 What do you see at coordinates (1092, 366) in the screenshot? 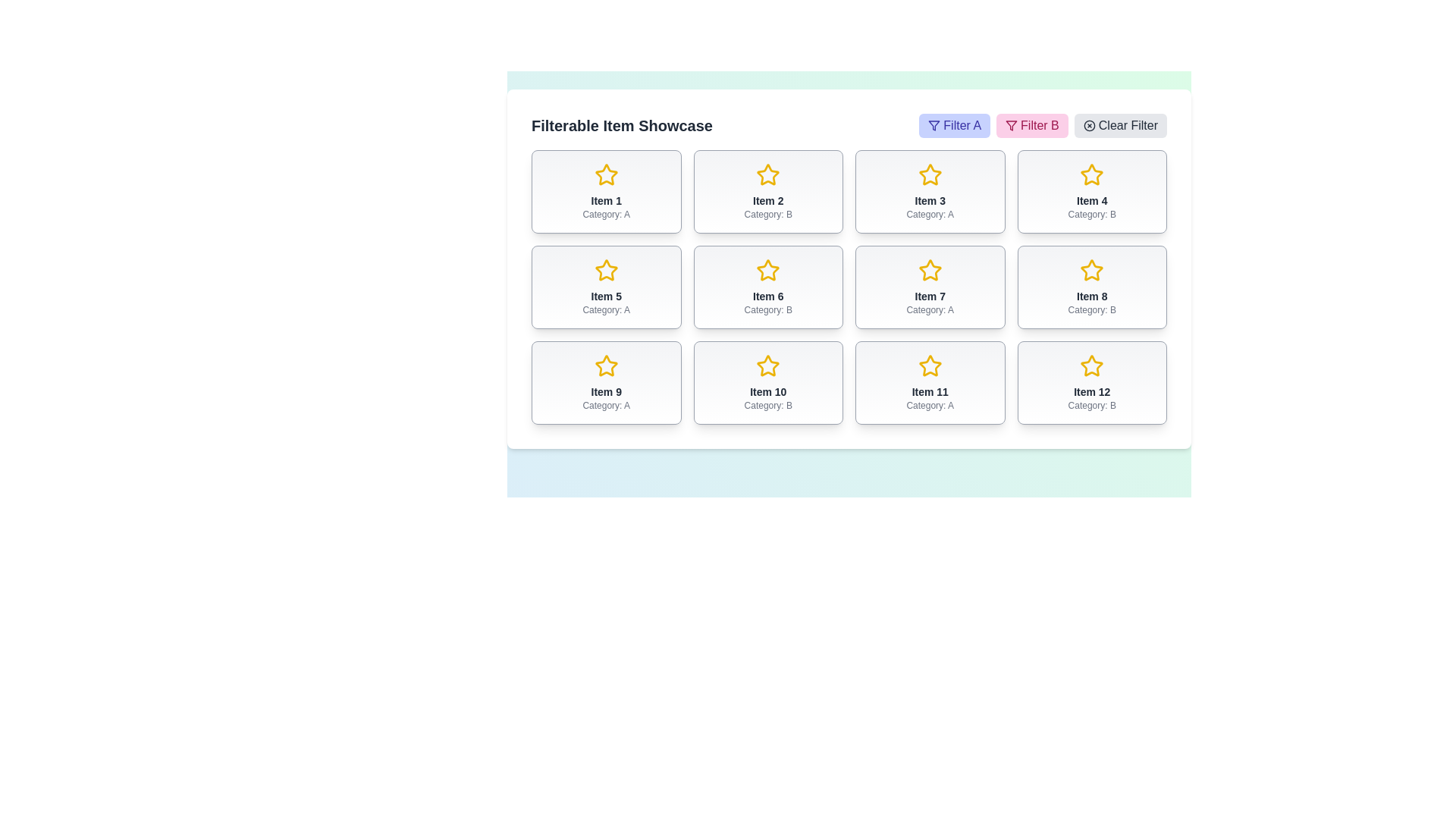
I see `the star-shaped icon with a yellow color and distinct border, located at the top-central area of the card for 'Item 12, Category B'` at bounding box center [1092, 366].